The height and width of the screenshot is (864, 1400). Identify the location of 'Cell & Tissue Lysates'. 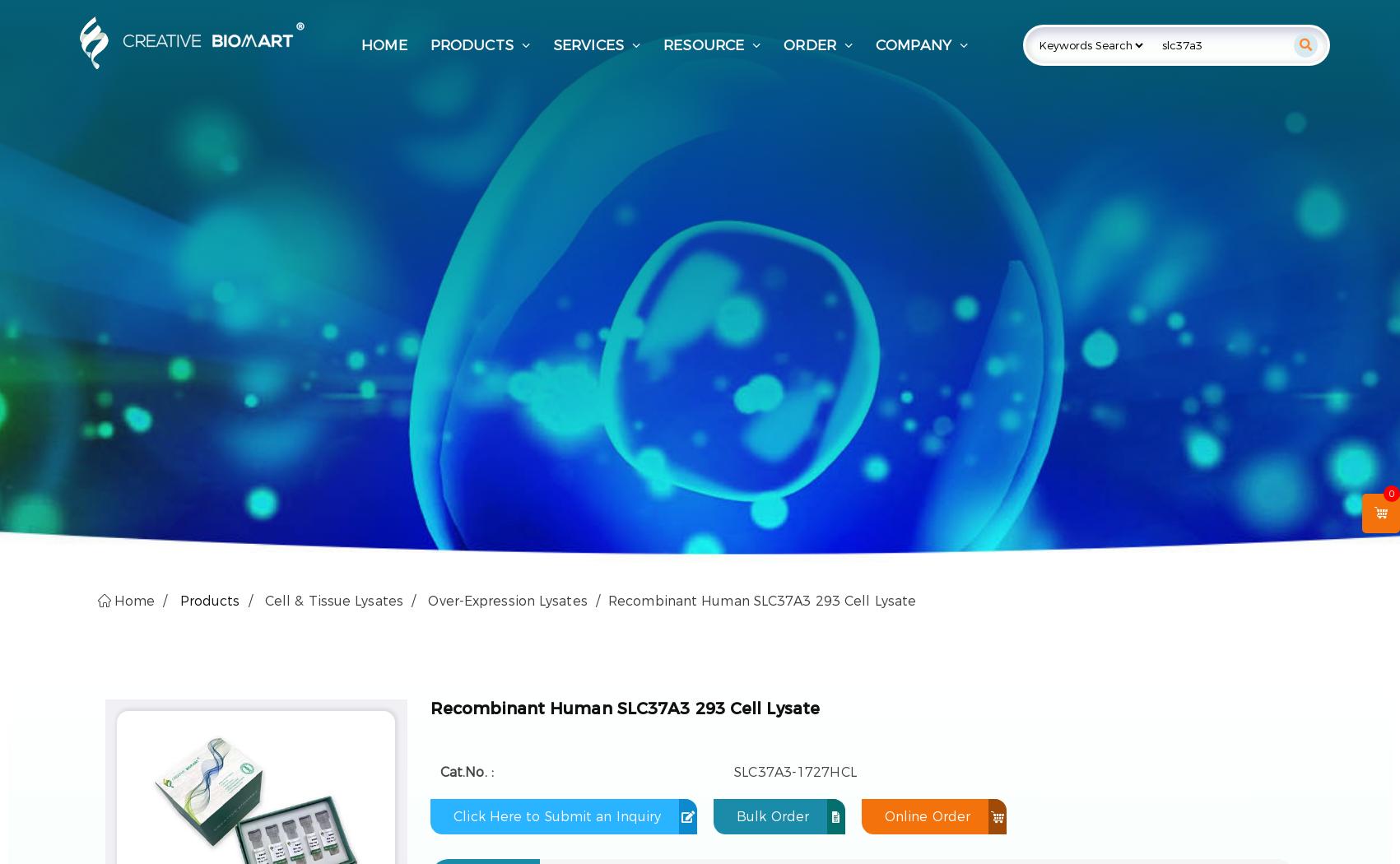
(333, 600).